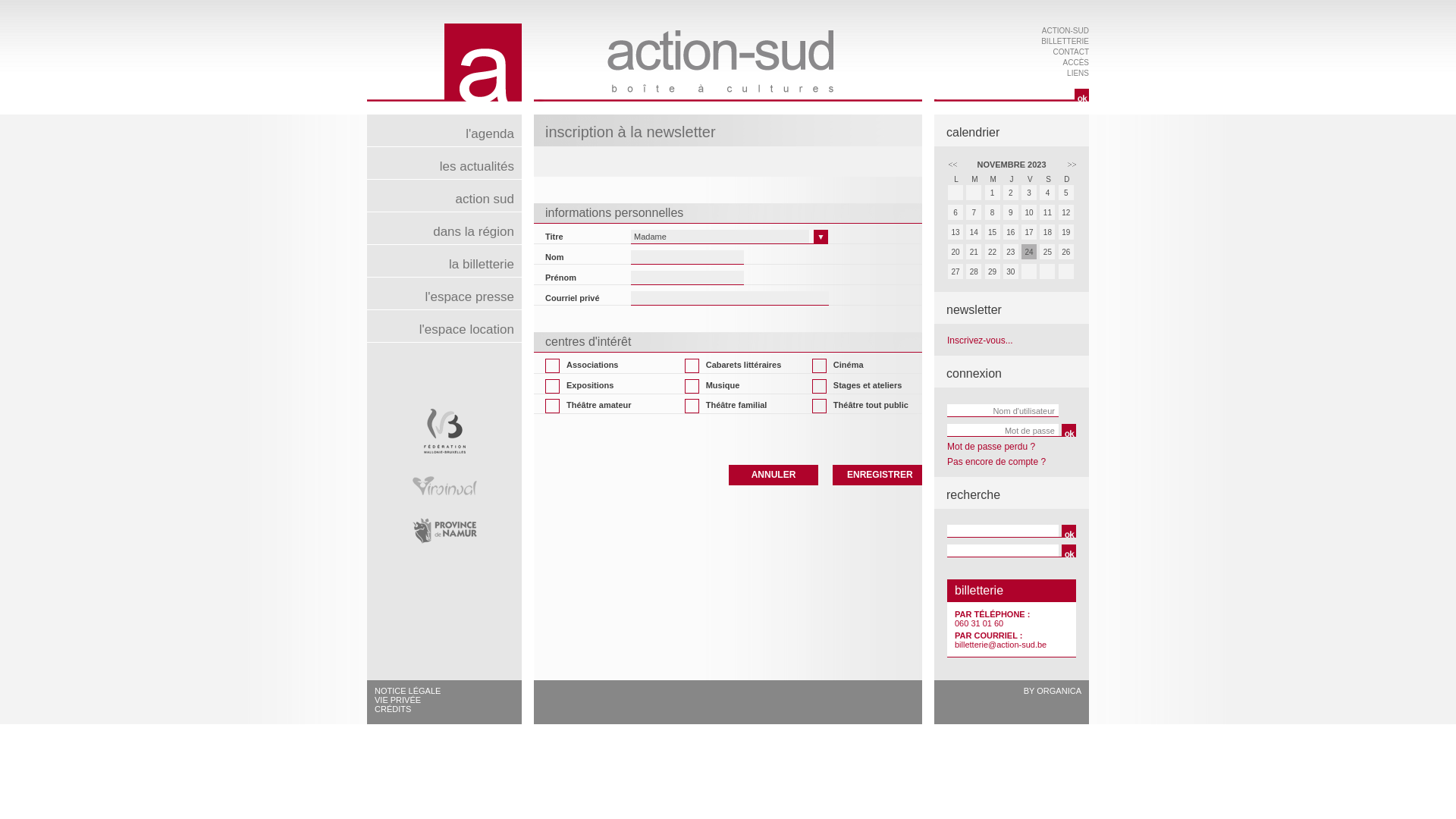 The height and width of the screenshot is (819, 1456). What do you see at coordinates (443, 259) in the screenshot?
I see `'la billetterie'` at bounding box center [443, 259].